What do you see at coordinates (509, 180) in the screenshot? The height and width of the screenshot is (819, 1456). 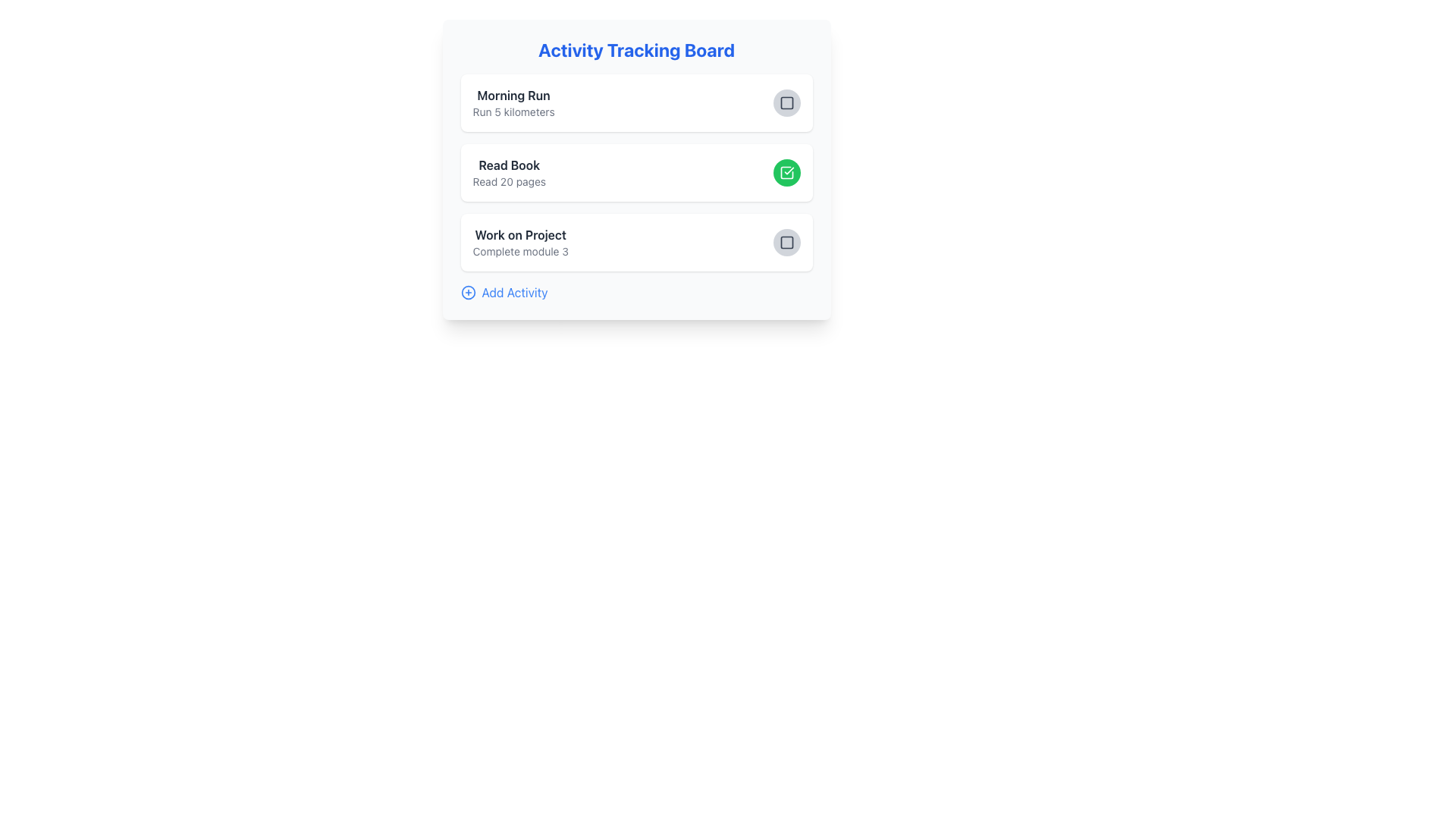 I see `the text label that reads 'Read 20 pages', which is styled in a smaller gray font and located below 'Read Book' in the activity tracker box` at bounding box center [509, 180].